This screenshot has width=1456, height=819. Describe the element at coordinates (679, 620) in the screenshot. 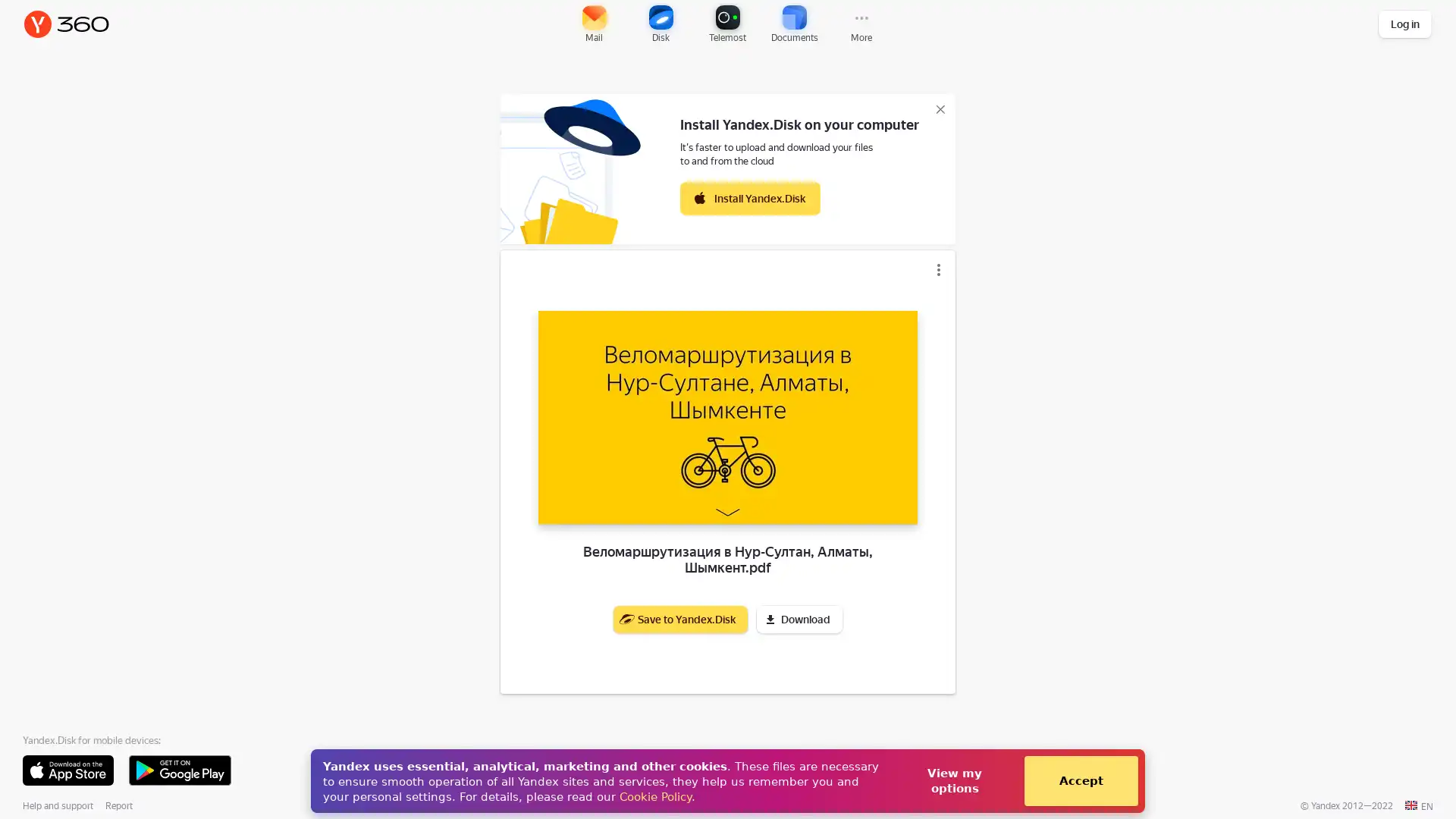

I see `Save to Yandex.Disk` at that location.